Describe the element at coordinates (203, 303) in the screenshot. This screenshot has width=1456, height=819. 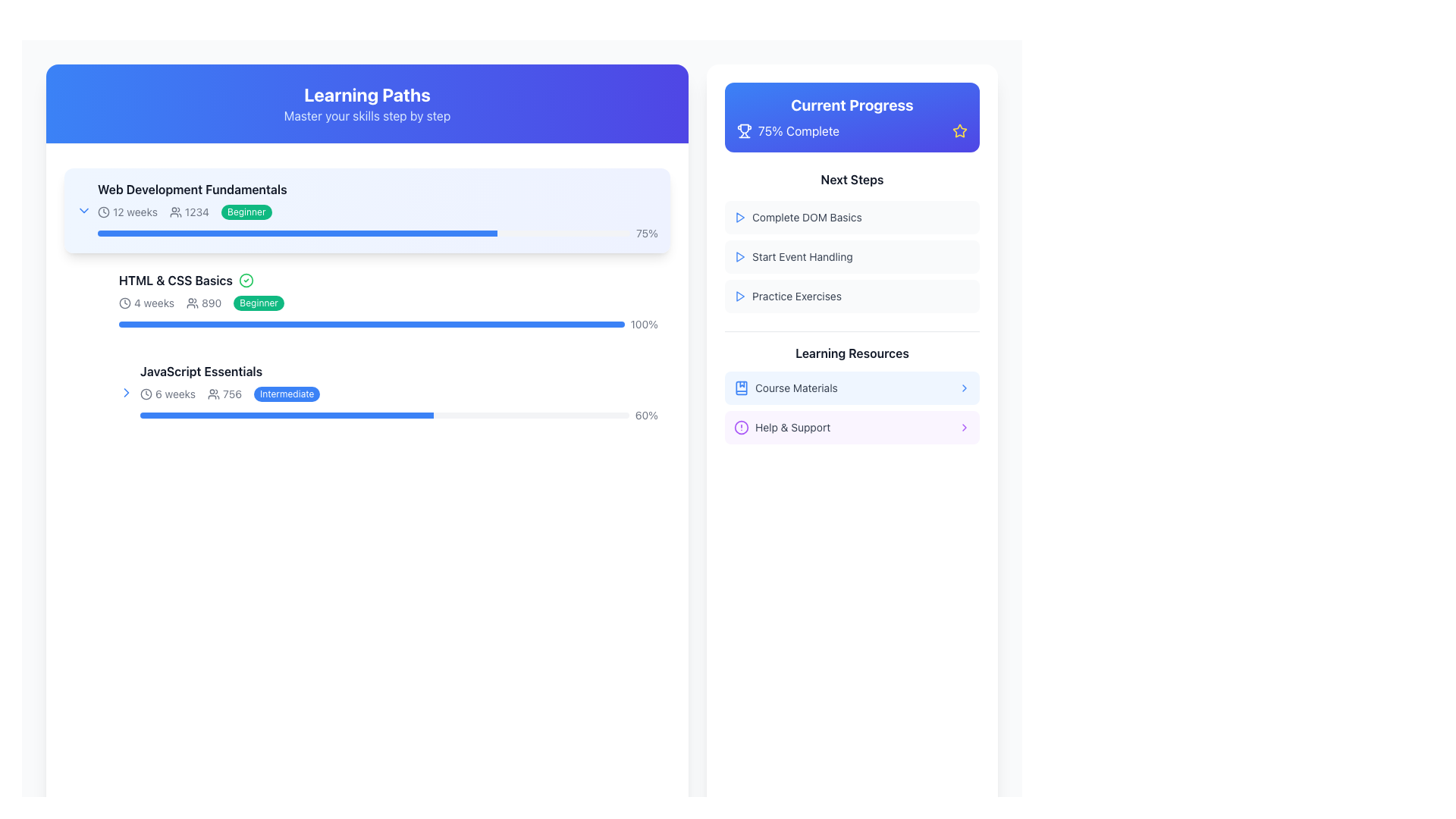
I see `the static text label displaying the number '890' in gray, which is accompanied by a users/members icon, located in the 'HTML & CSS Basics' row` at that location.